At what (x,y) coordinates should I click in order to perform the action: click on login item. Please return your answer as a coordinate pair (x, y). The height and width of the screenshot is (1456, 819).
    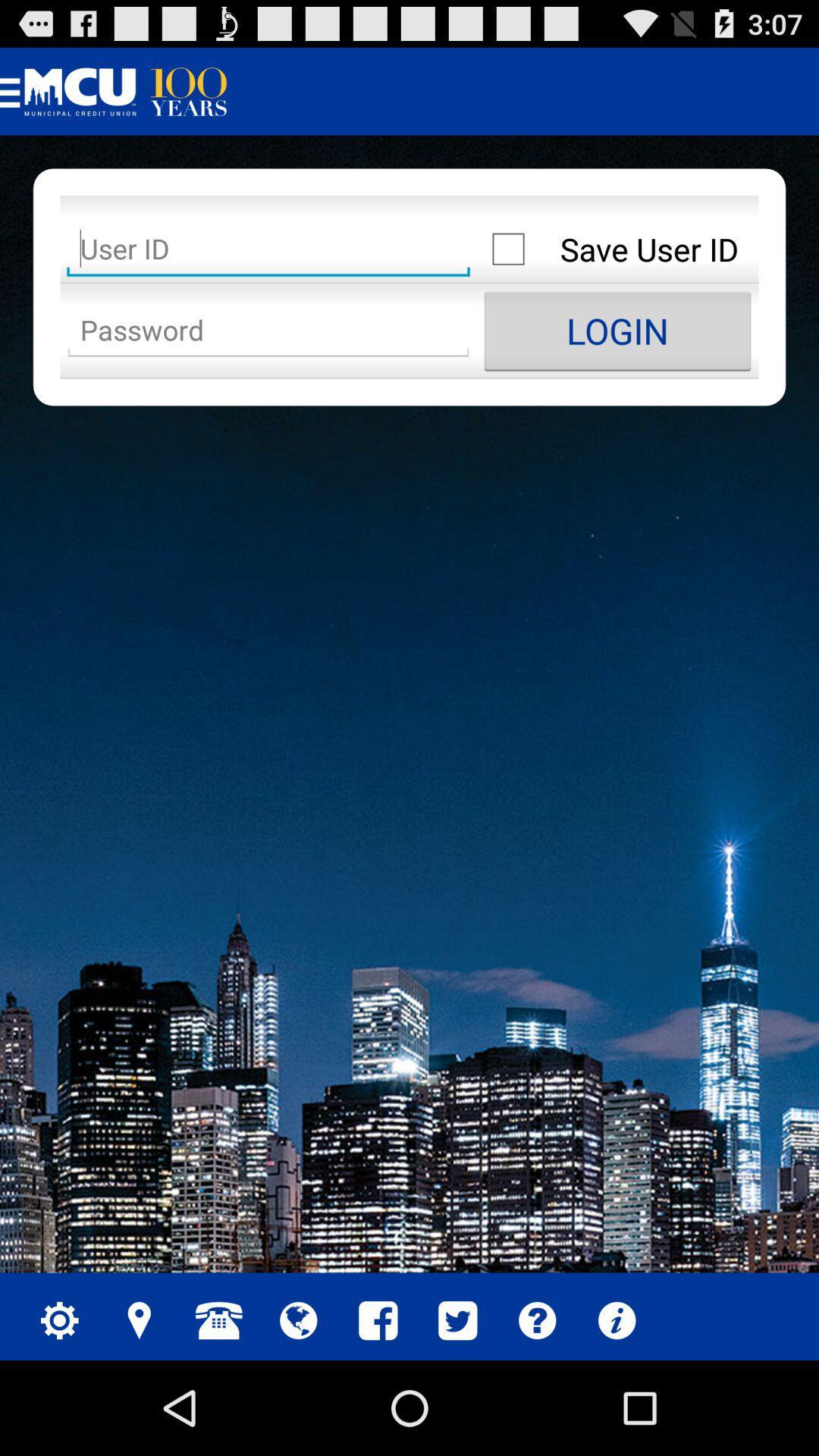
    Looking at the image, I should click on (617, 330).